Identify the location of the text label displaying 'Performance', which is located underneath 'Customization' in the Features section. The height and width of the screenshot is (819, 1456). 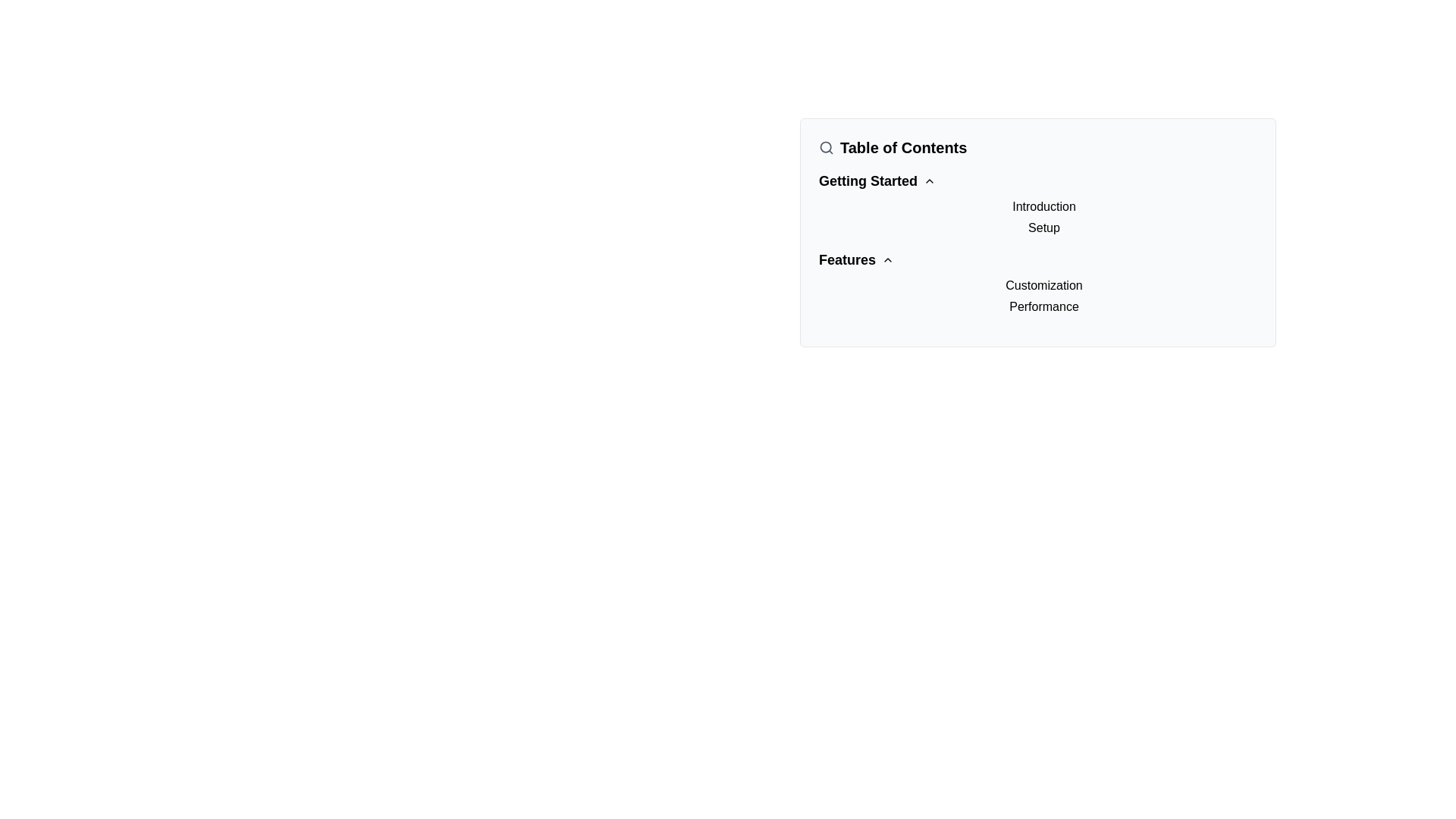
(1043, 307).